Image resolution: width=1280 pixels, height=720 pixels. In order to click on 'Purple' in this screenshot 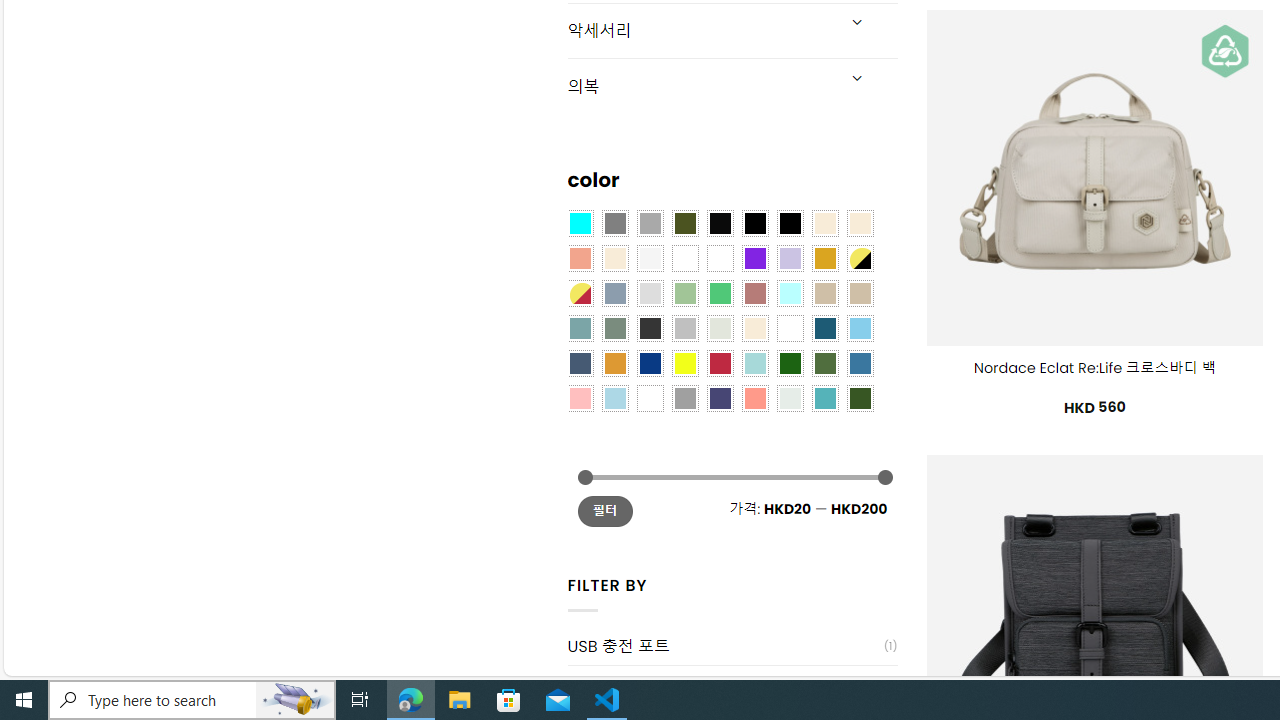, I will do `click(754, 256)`.